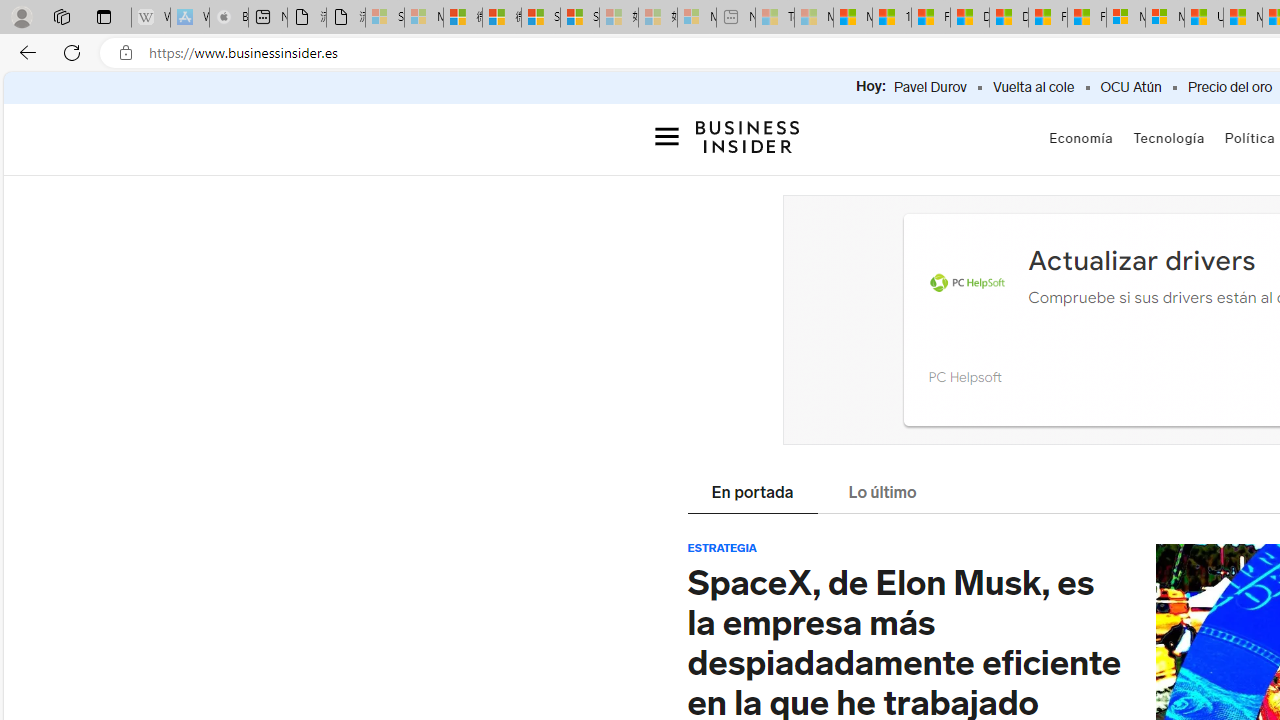  I want to click on 'Logo BusinessInsider.es', so click(747, 141).